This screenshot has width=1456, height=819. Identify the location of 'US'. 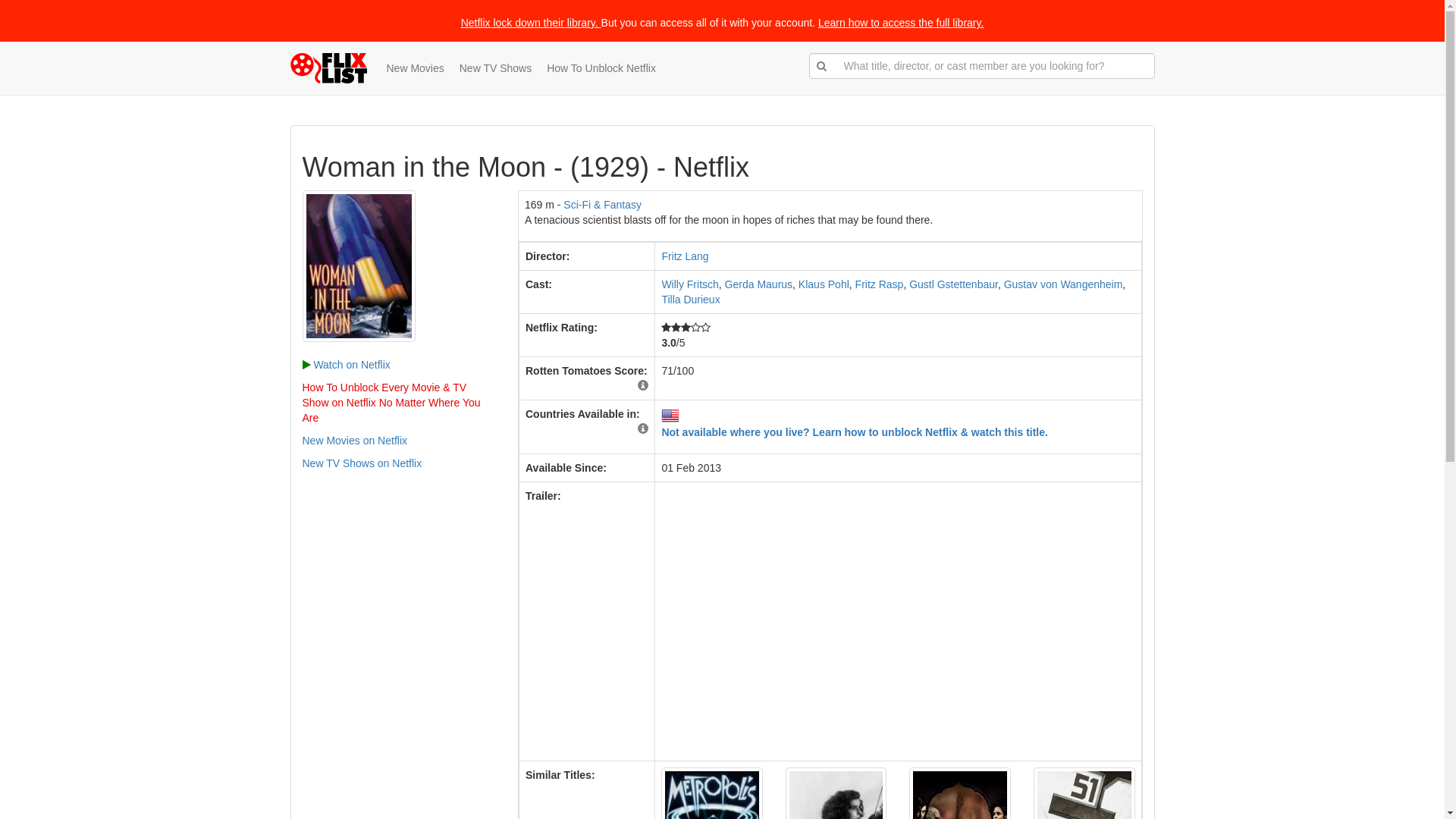
(669, 415).